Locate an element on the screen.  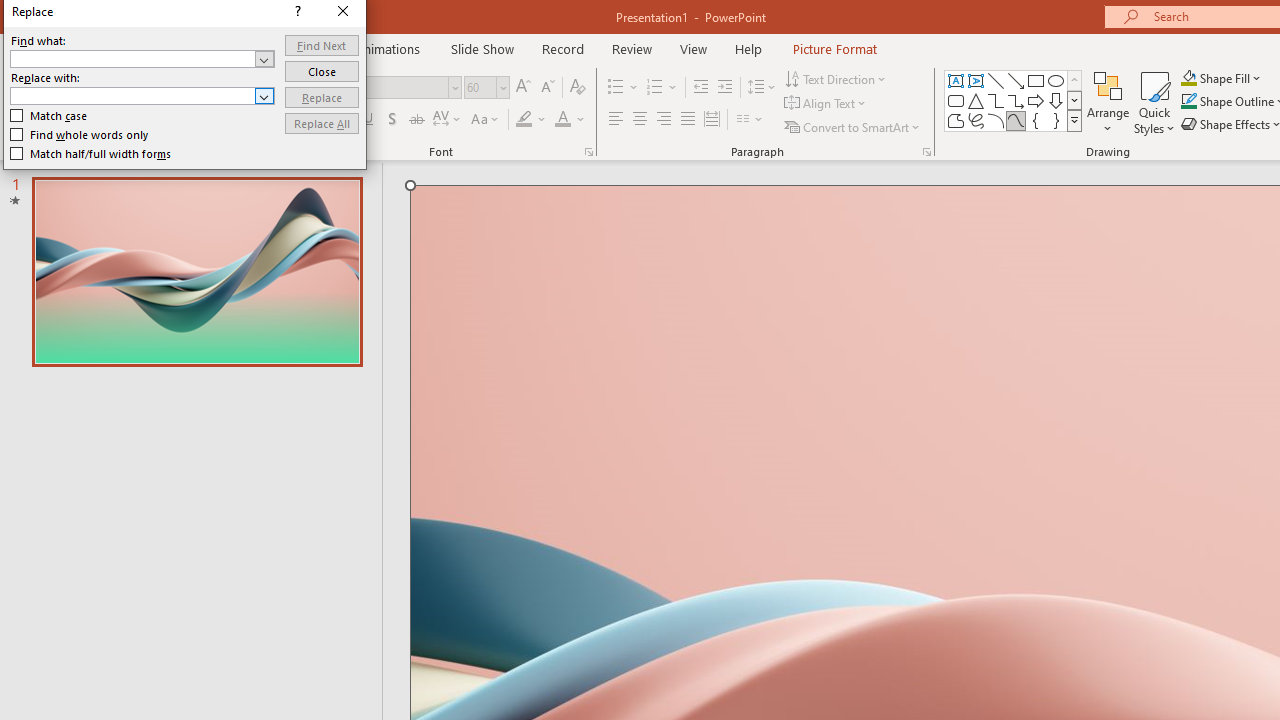
'AutomationID: ShapesInsertGallery' is located at coordinates (1014, 100).